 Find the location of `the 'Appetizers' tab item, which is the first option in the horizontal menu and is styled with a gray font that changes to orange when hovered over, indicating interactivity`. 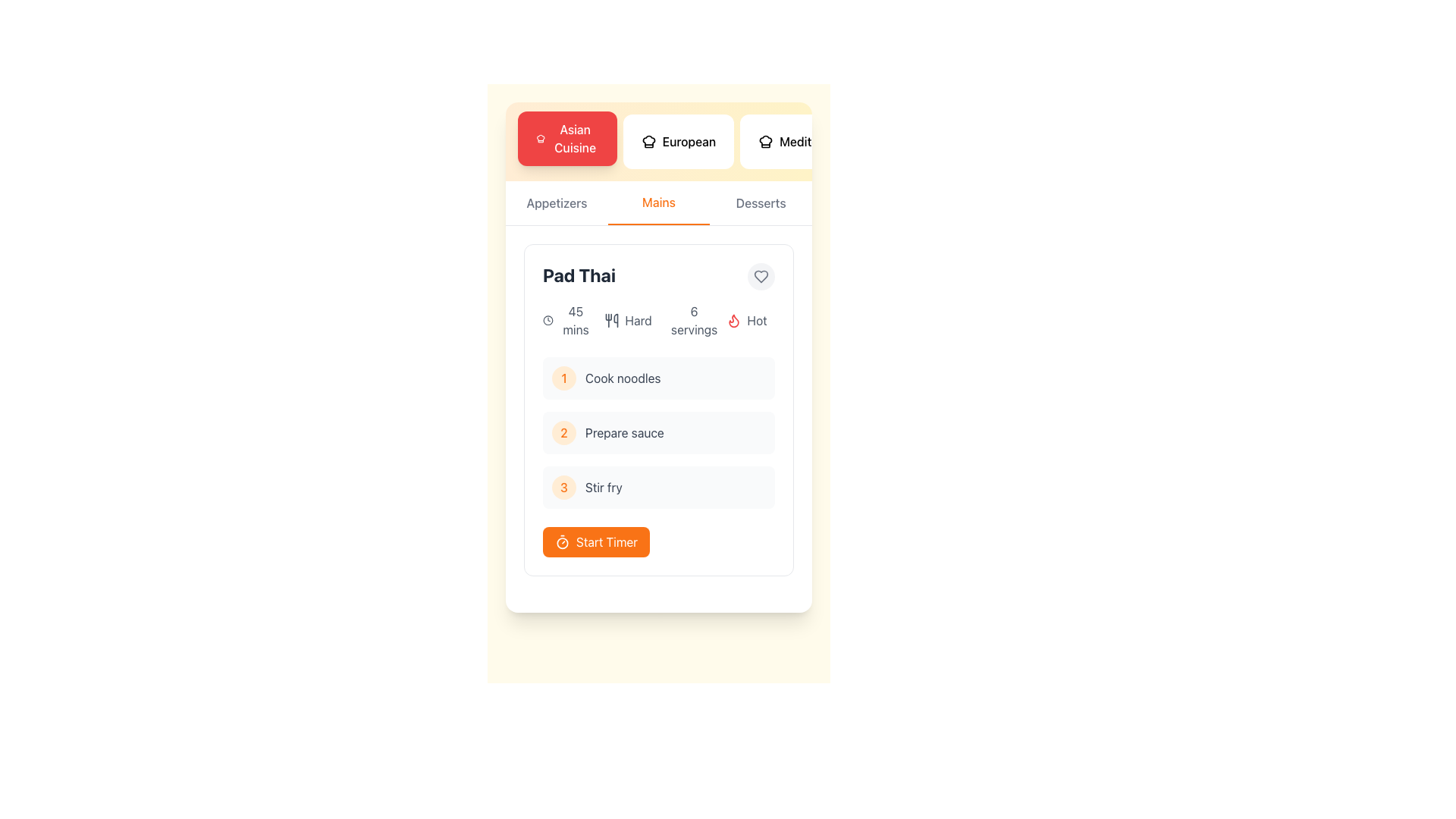

the 'Appetizers' tab item, which is the first option in the horizontal menu and is styled with a gray font that changes to orange when hovered over, indicating interactivity is located at coordinates (556, 202).